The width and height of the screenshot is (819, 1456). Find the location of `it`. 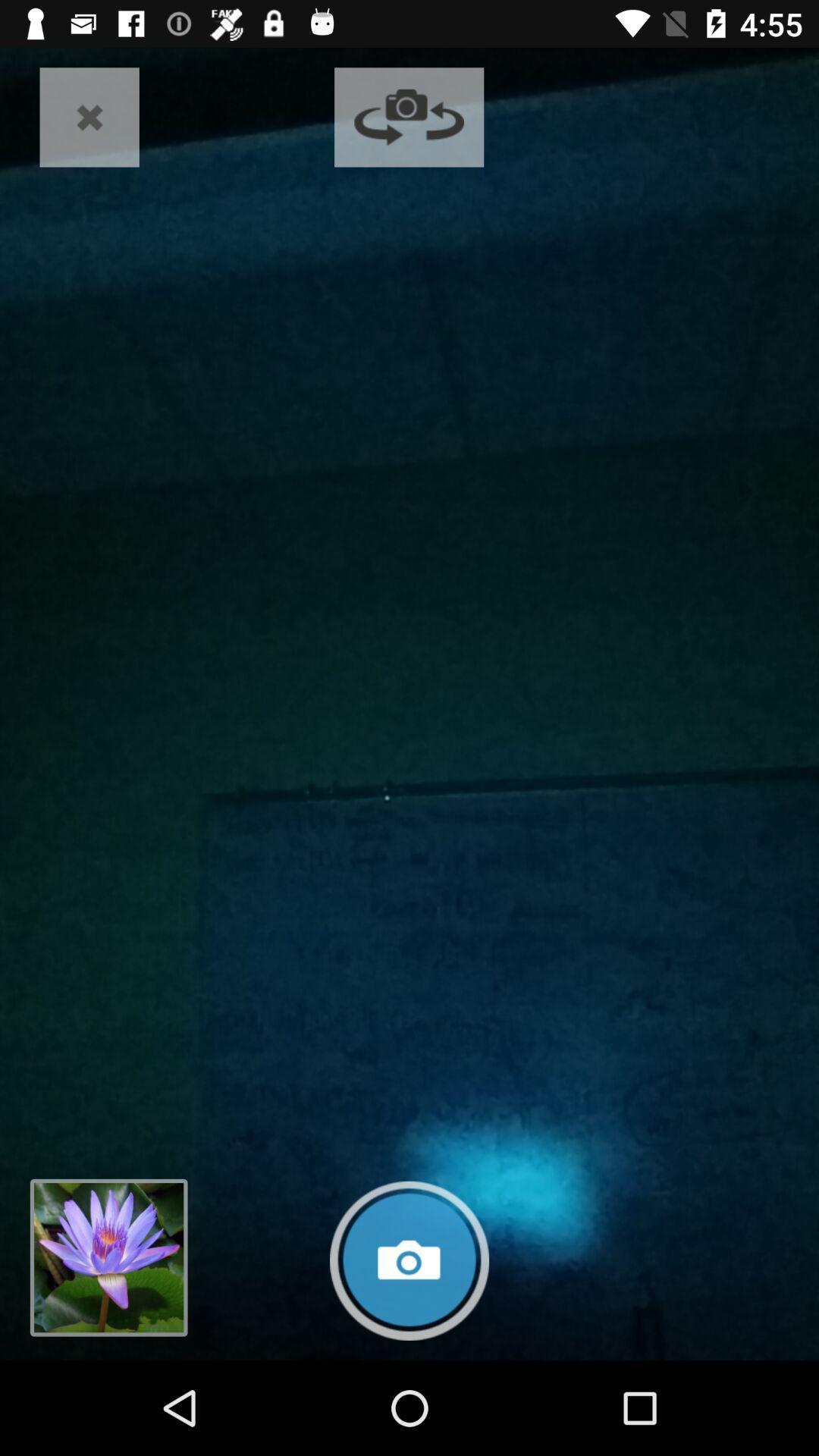

it is located at coordinates (89, 116).